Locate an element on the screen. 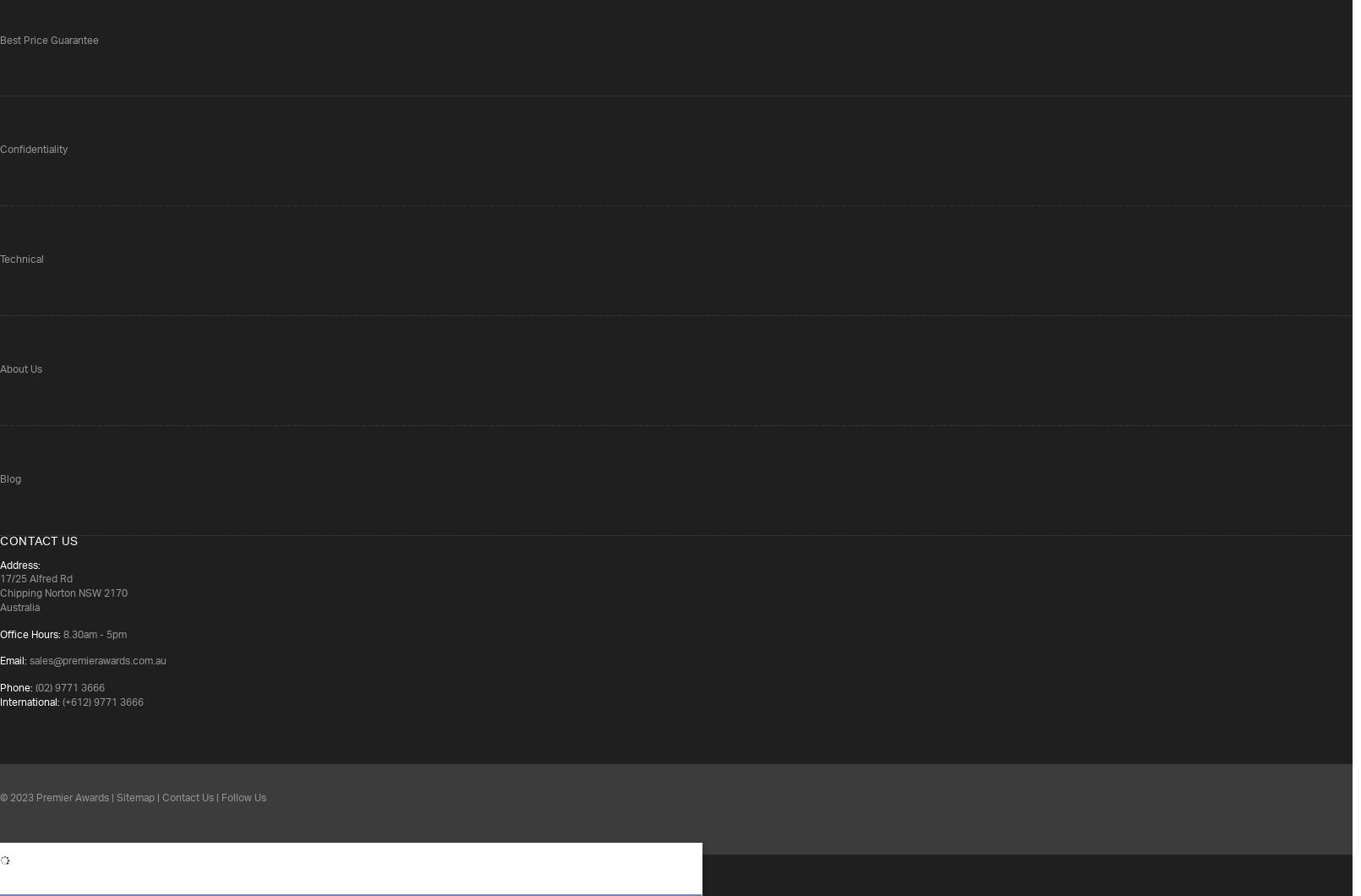 The height and width of the screenshot is (896, 1361). 'Sitemap' is located at coordinates (135, 796).